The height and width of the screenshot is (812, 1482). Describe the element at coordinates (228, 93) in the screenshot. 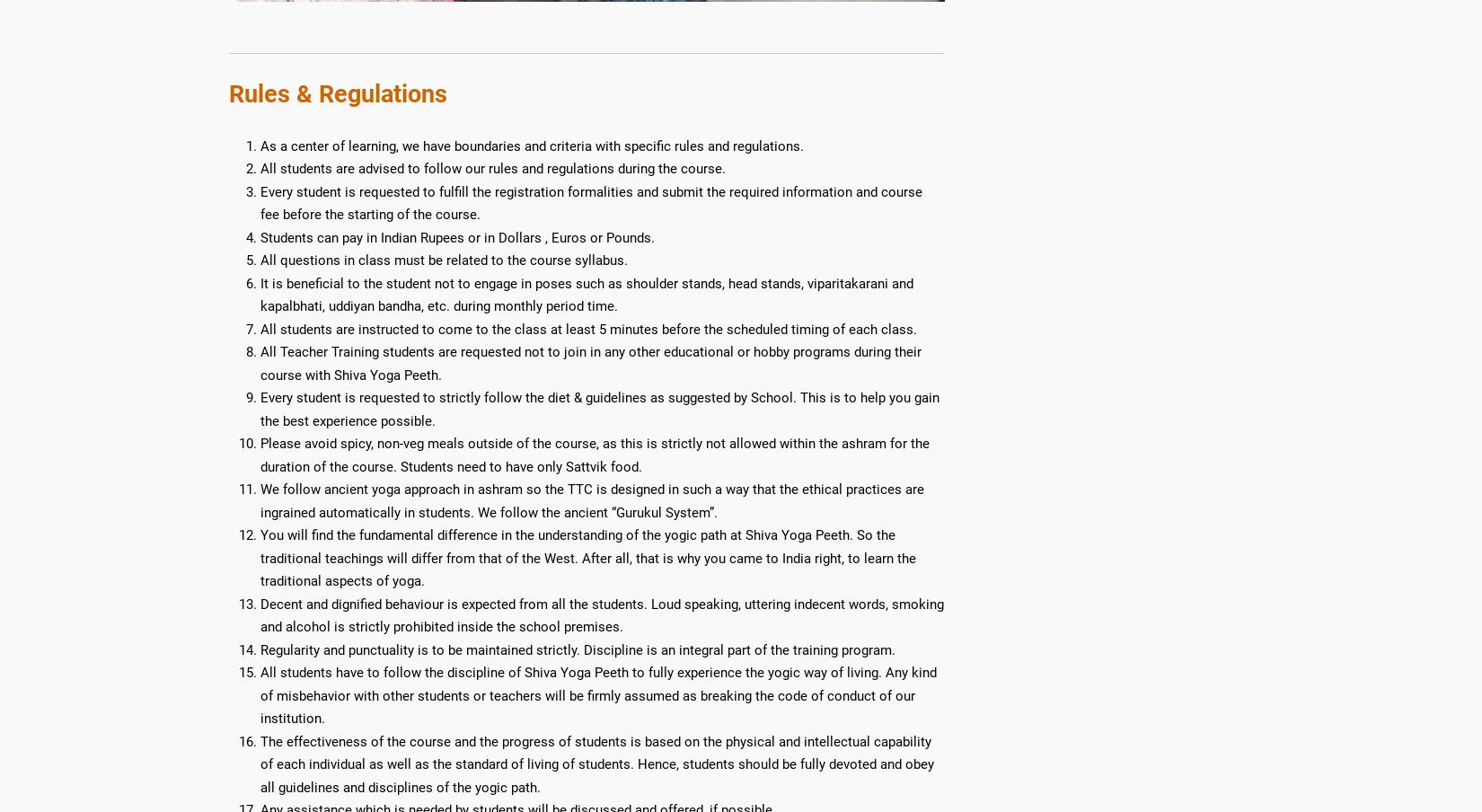

I see `'Rules & Regulations'` at that location.